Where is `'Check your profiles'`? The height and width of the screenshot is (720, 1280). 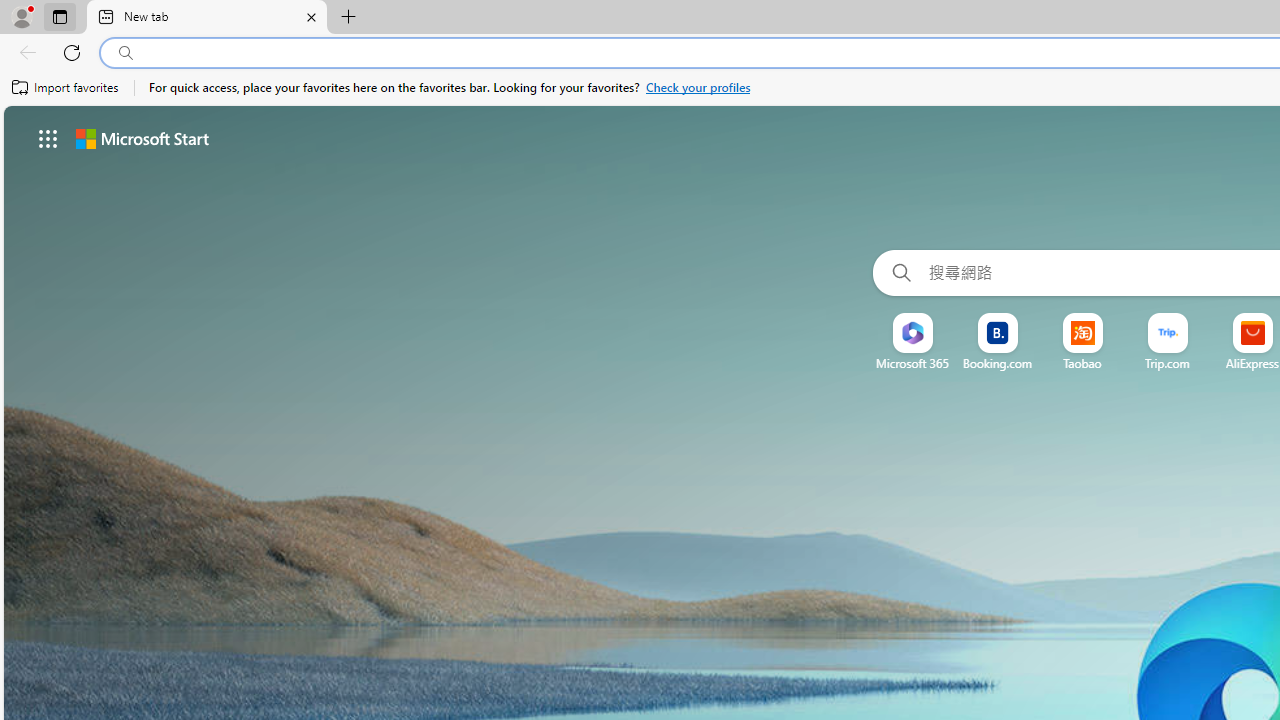 'Check your profiles' is located at coordinates (698, 87).